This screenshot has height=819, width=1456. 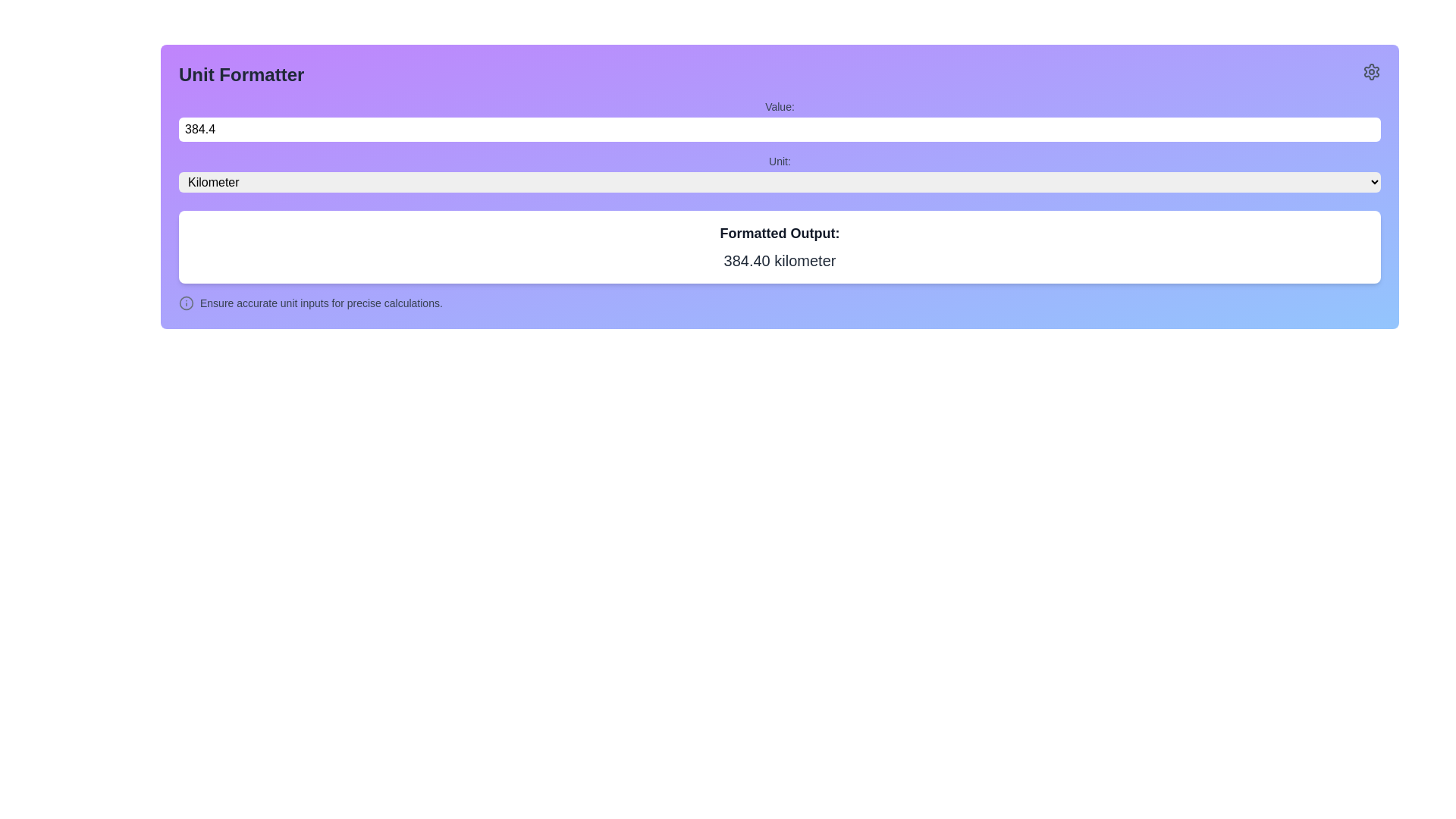 What do you see at coordinates (185, 303) in the screenshot?
I see `the informational icon located to the left of the text 'Ensure accurate unit inputs for precise calculations.'` at bounding box center [185, 303].